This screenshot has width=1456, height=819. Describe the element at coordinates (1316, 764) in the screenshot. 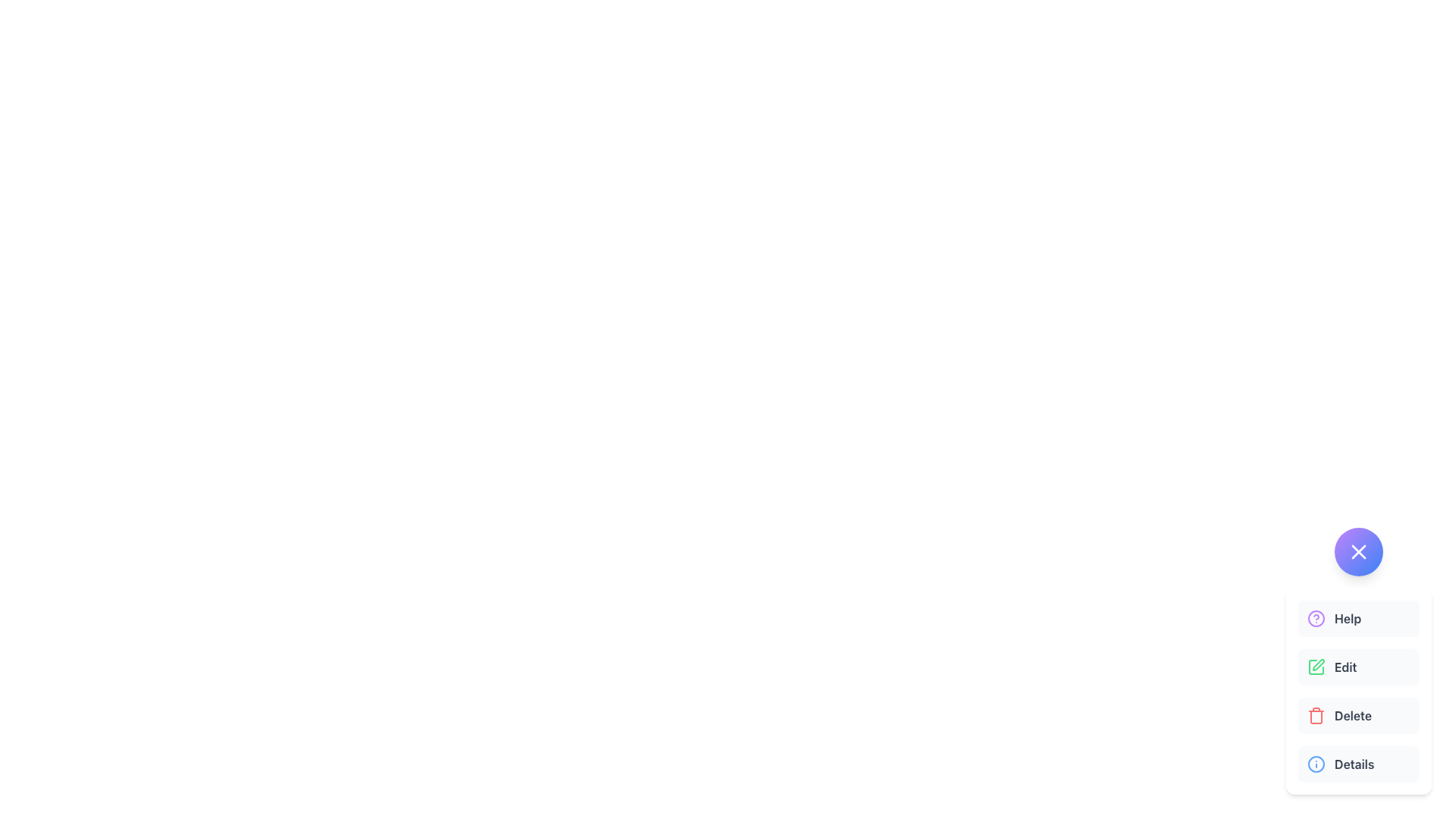

I see `the circular information icon with a blue outline and a white inner background, located to the left of the 'Details' text in the last item of the vertically-stacked menu` at that location.